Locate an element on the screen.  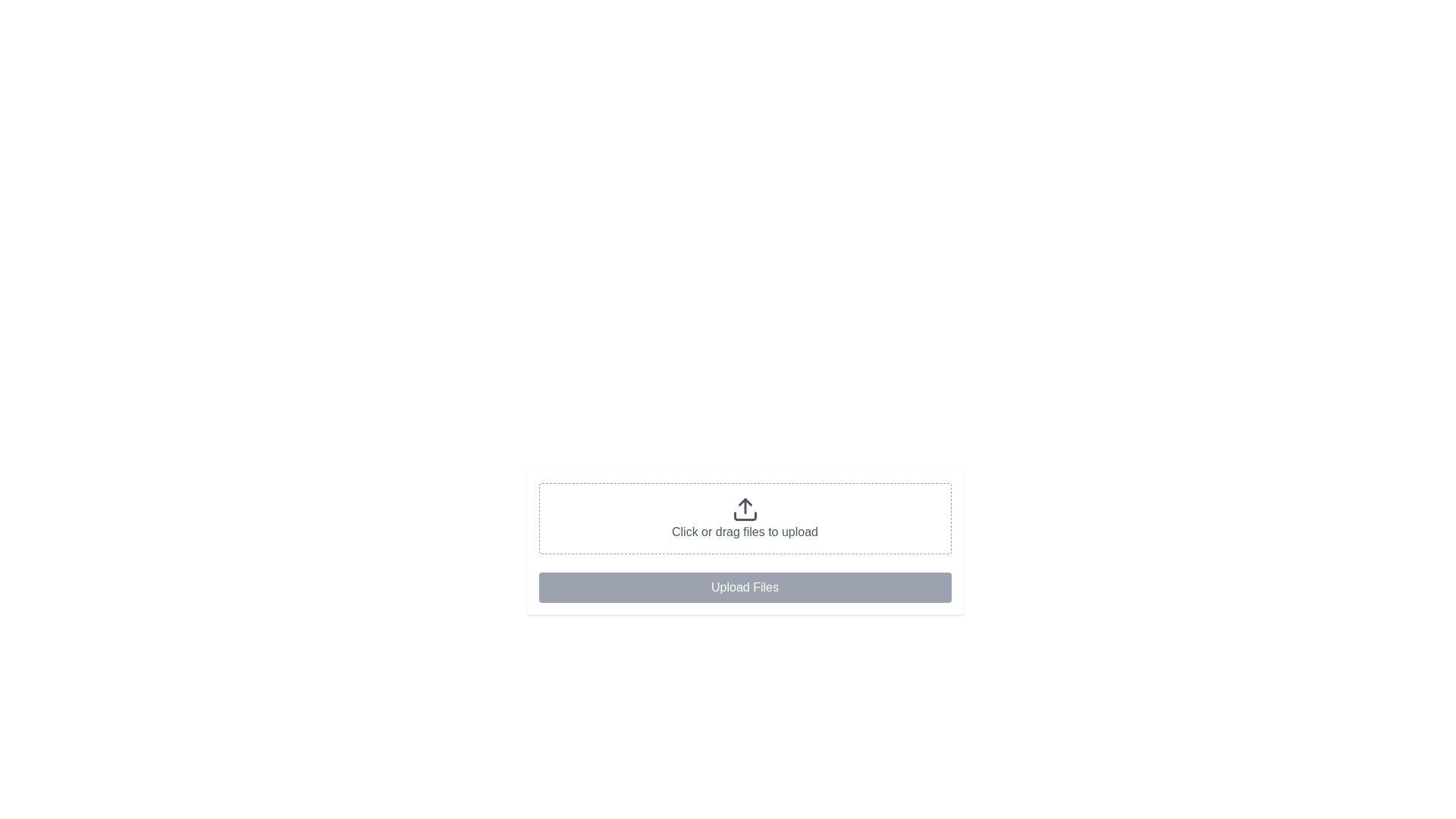
the horizontal rectangle shape at the bottom of the upload icon within the drag-and-drop upload area is located at coordinates (745, 516).